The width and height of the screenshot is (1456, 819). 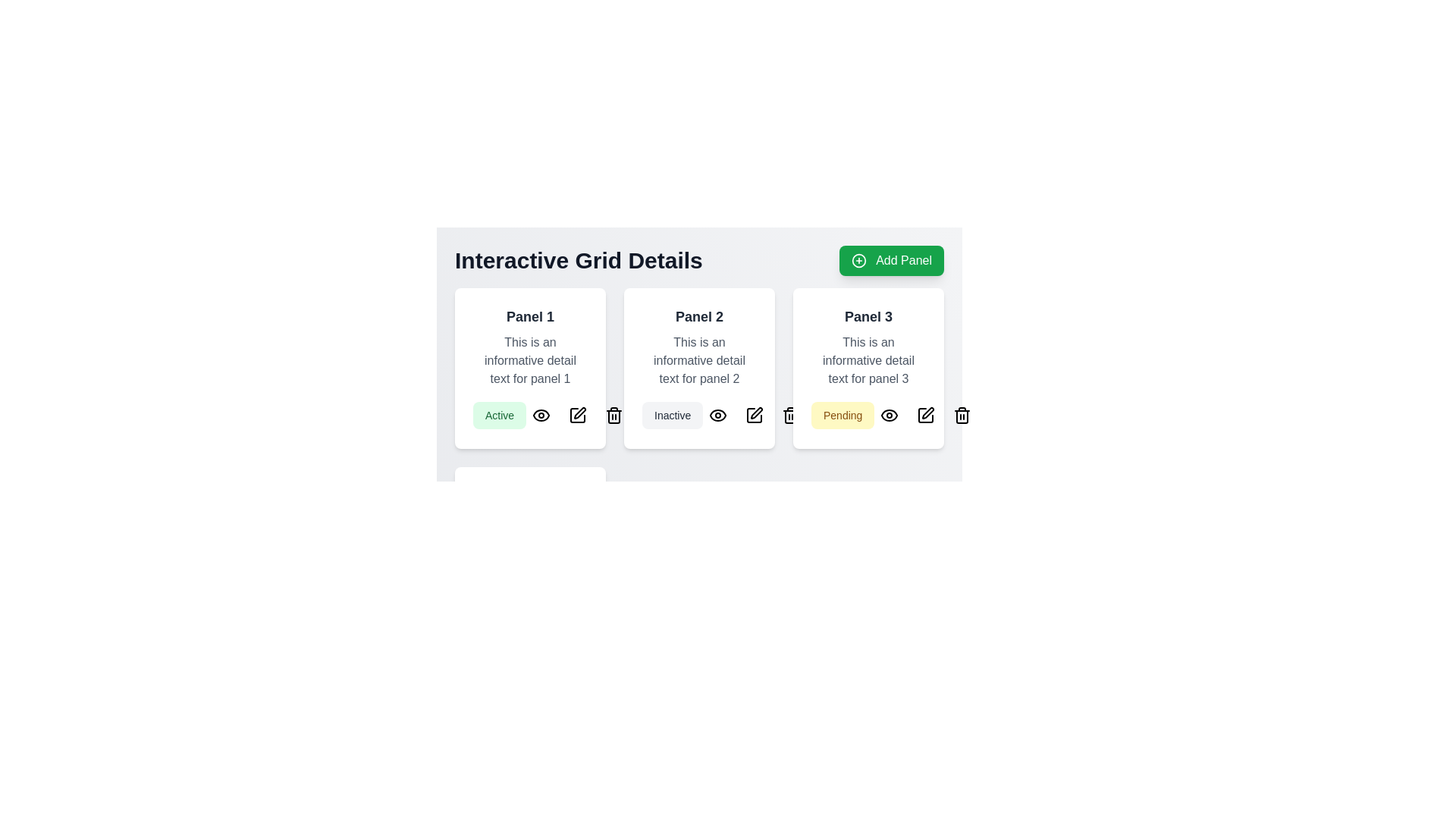 I want to click on SVG Circle Element that represents the plus-symbol icon for the 'Add Panel' button, which is located at the top right corner of the interface with a green background, so click(x=859, y=259).